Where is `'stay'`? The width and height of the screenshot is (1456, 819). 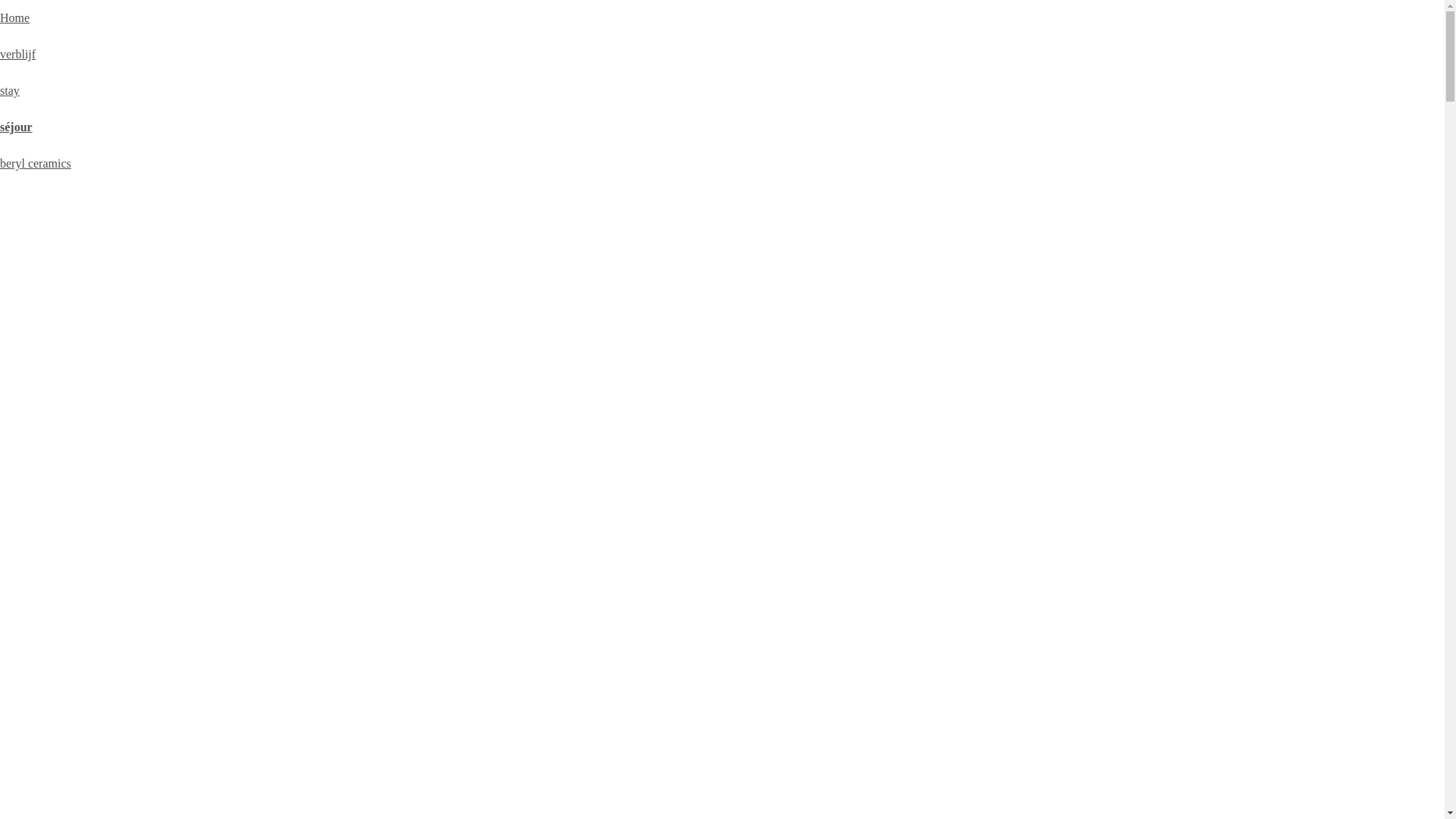
'stay' is located at coordinates (10, 90).